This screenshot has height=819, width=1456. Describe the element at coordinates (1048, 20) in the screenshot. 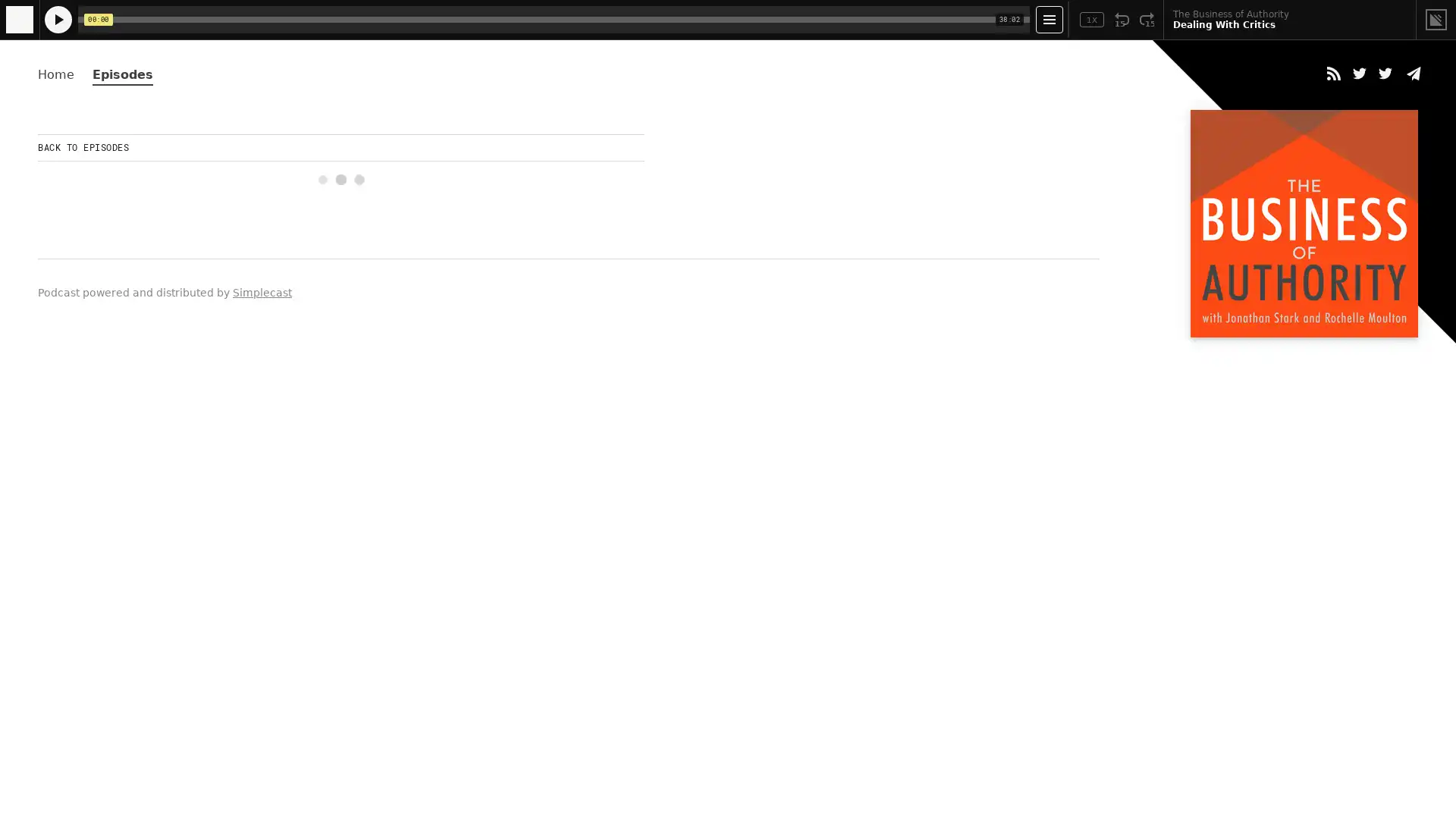

I see `Open Player Settings` at that location.